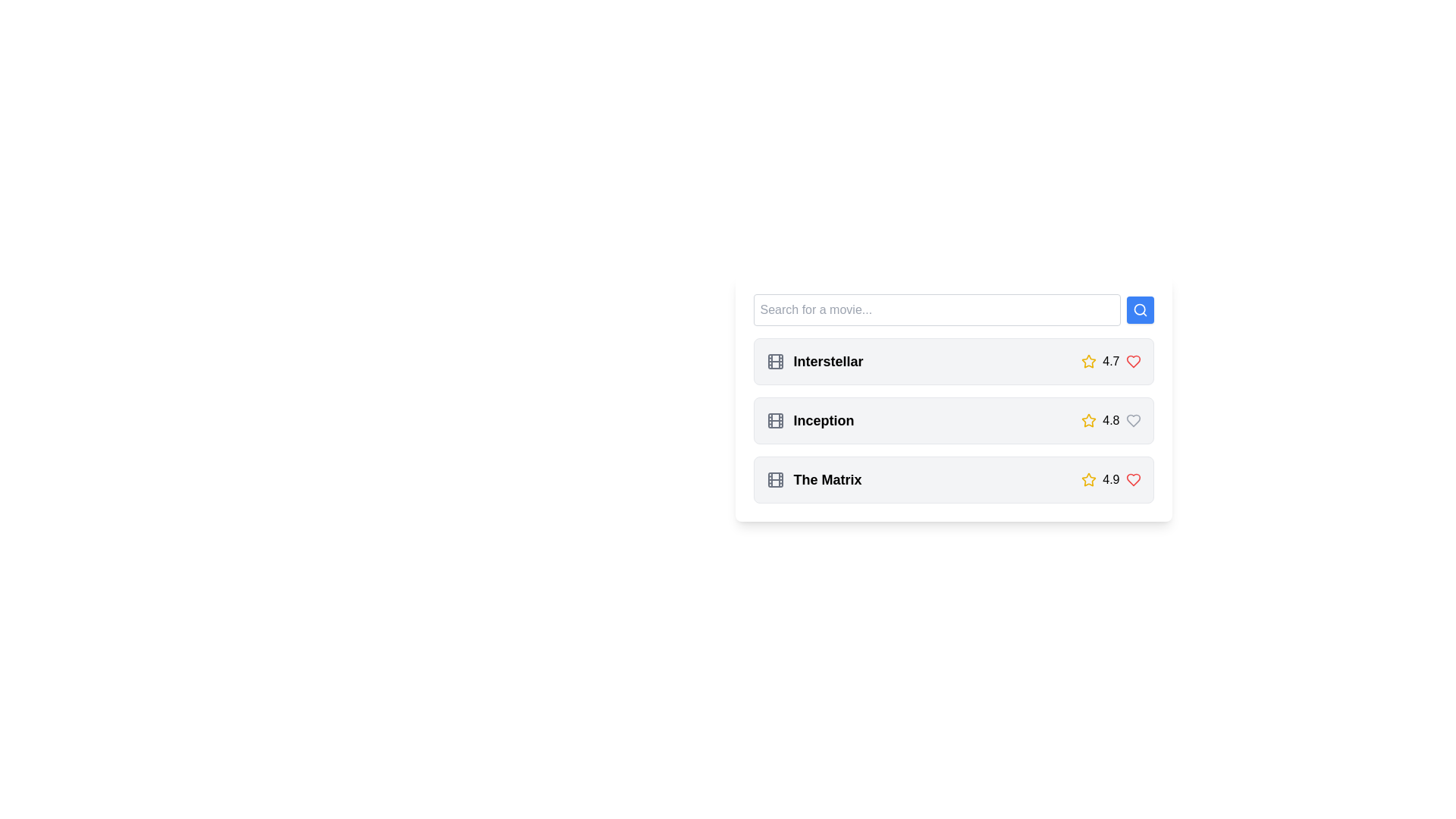 This screenshot has width=1456, height=819. What do you see at coordinates (952, 309) in the screenshot?
I see `the text input field of the search bar that has a placeholder text 'Search for a movie...' to start typing` at bounding box center [952, 309].